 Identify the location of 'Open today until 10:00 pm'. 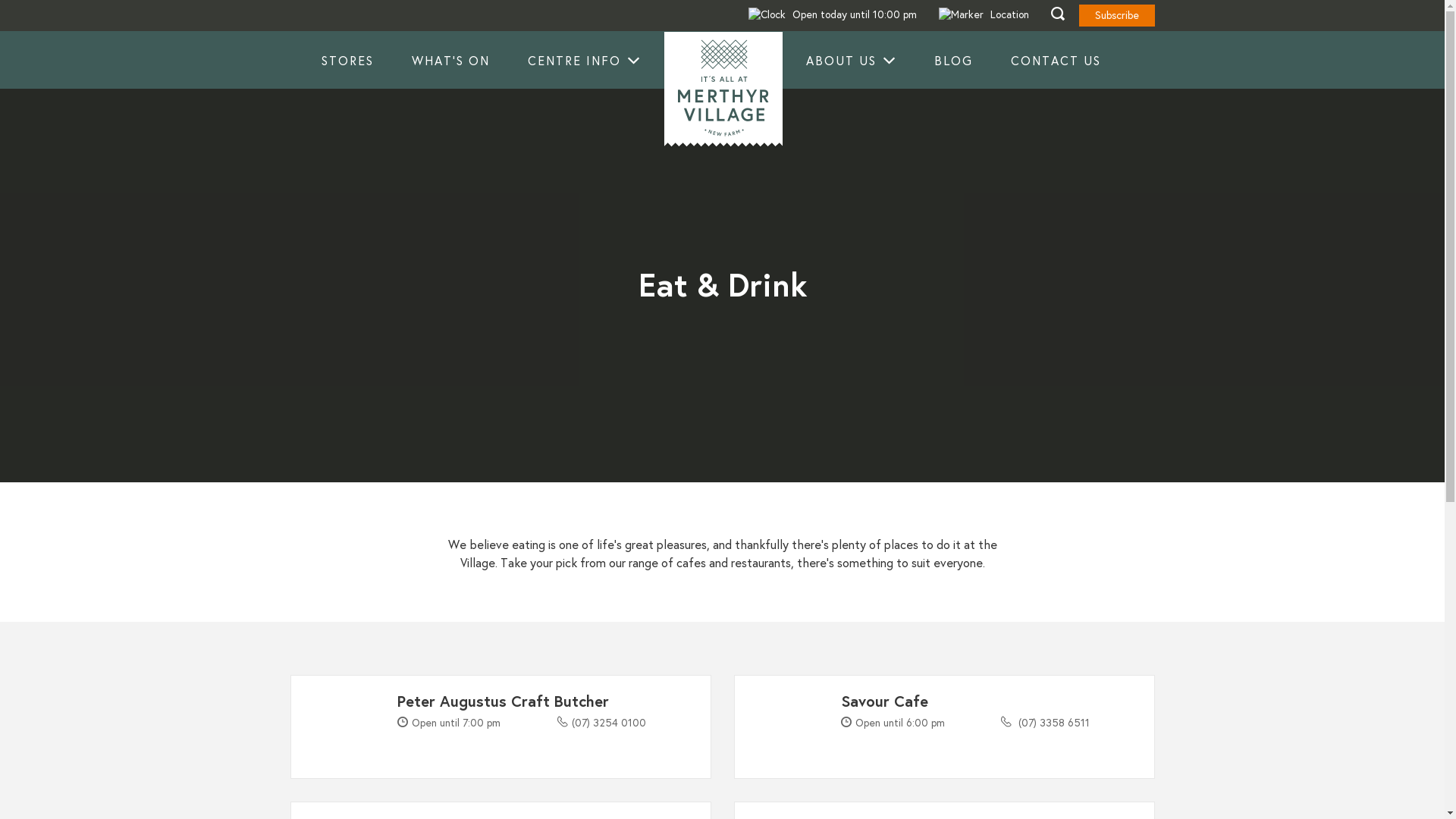
(831, 14).